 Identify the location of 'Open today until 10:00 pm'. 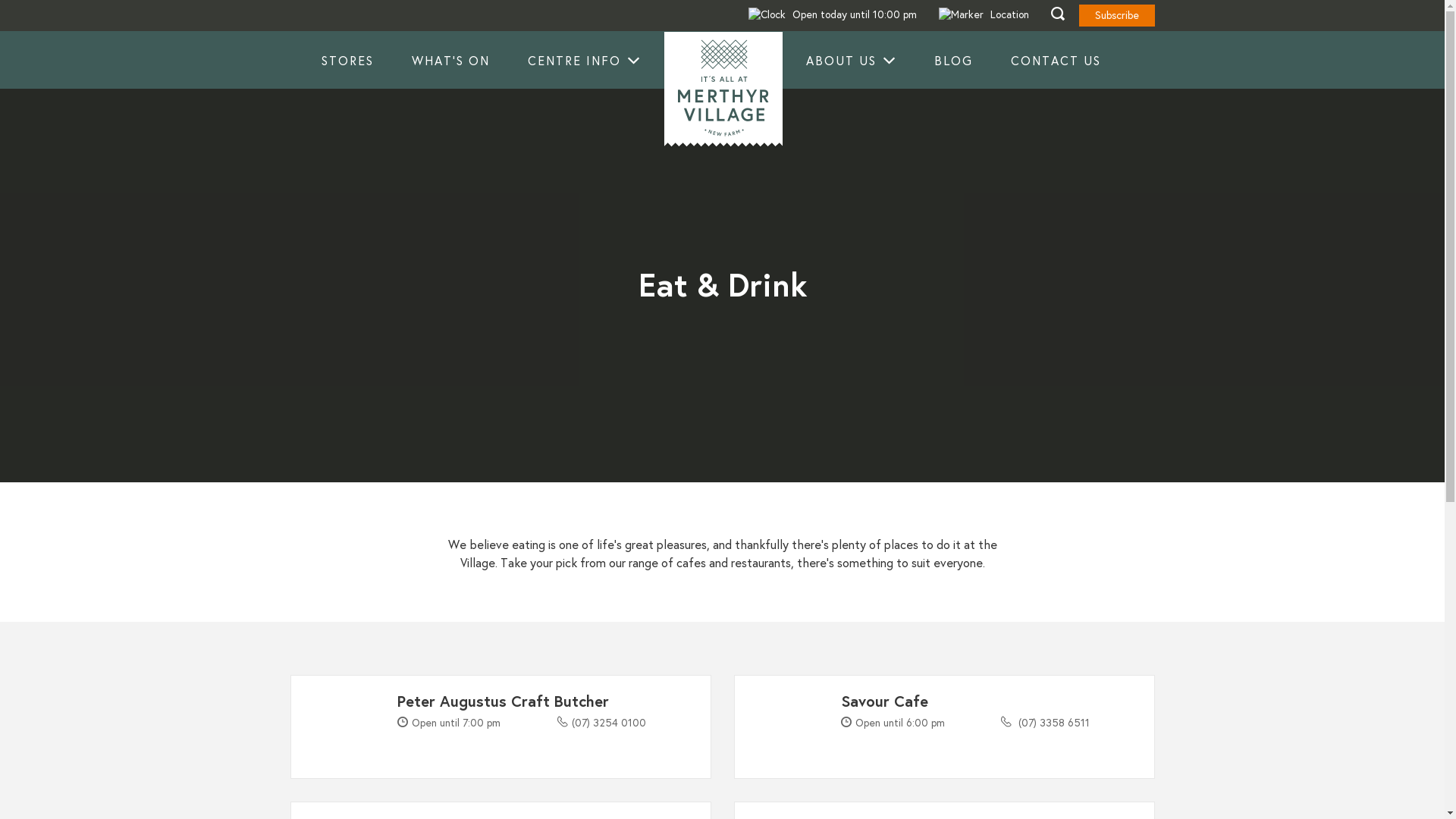
(831, 14).